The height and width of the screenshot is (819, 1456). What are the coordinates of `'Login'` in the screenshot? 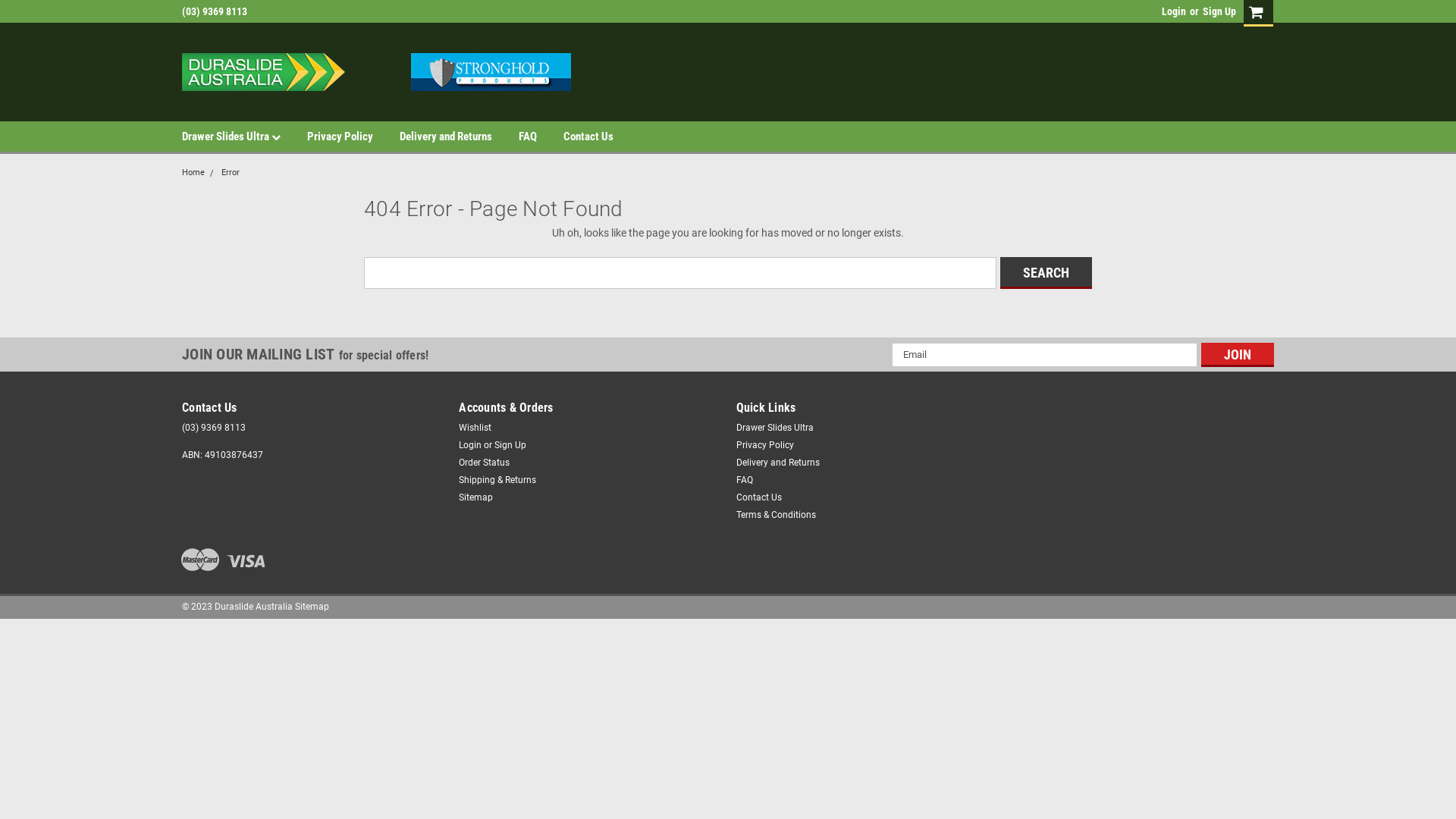 It's located at (1160, 11).